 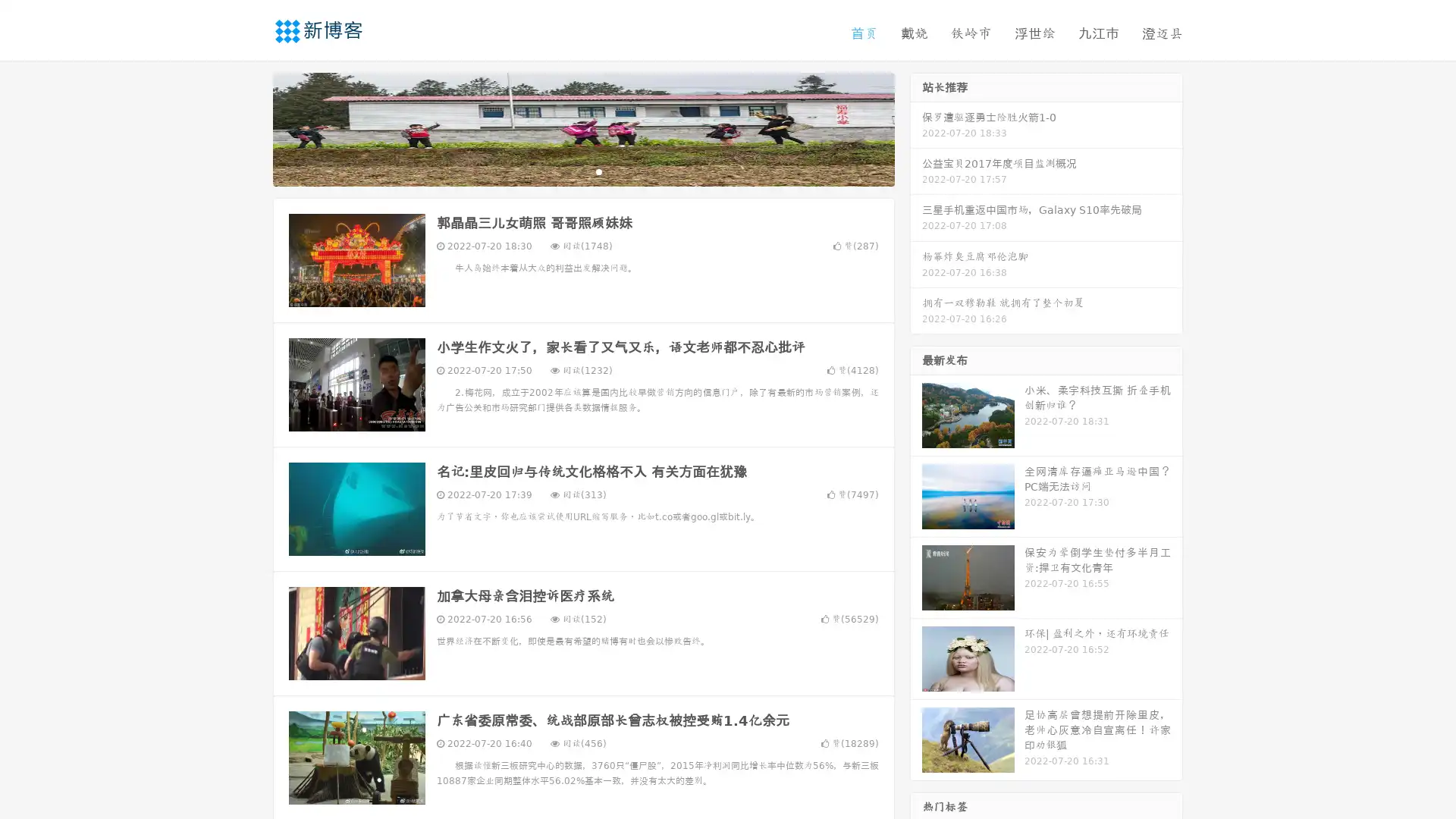 What do you see at coordinates (598, 171) in the screenshot?
I see `Go to slide 3` at bounding box center [598, 171].